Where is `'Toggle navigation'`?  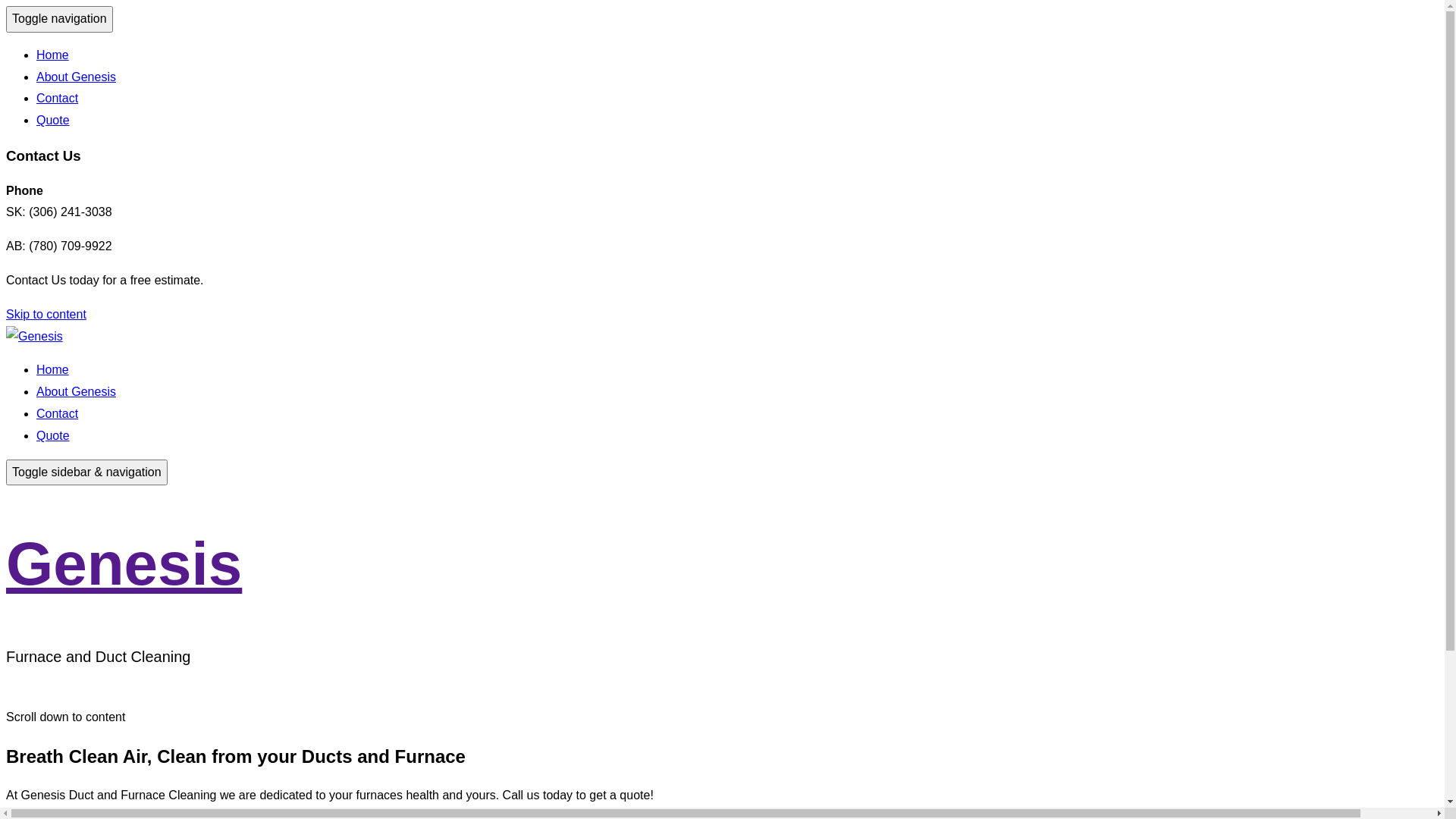
'Toggle navigation' is located at coordinates (59, 19).